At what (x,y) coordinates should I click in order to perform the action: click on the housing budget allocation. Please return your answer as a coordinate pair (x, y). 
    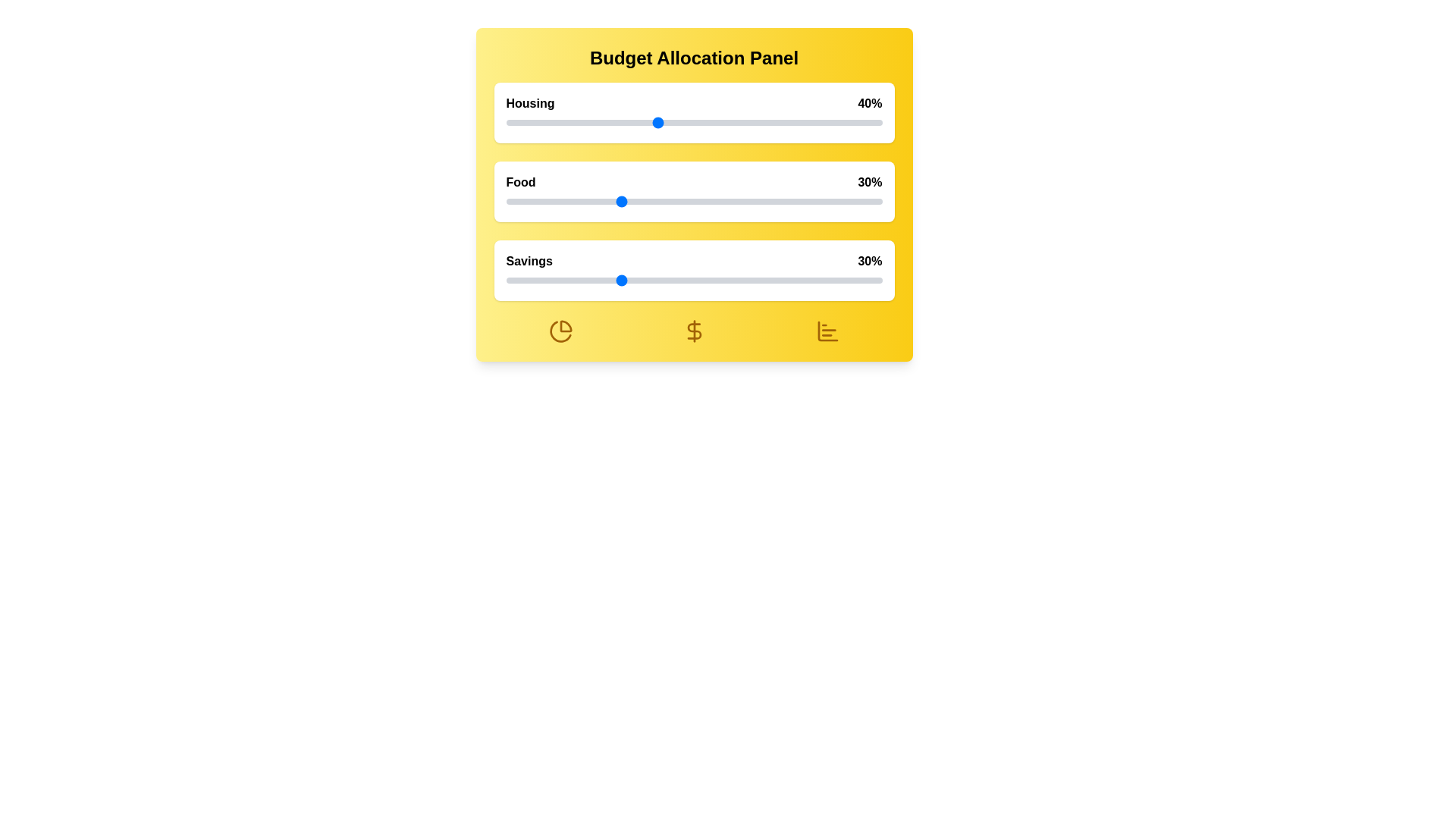
    Looking at the image, I should click on (682, 122).